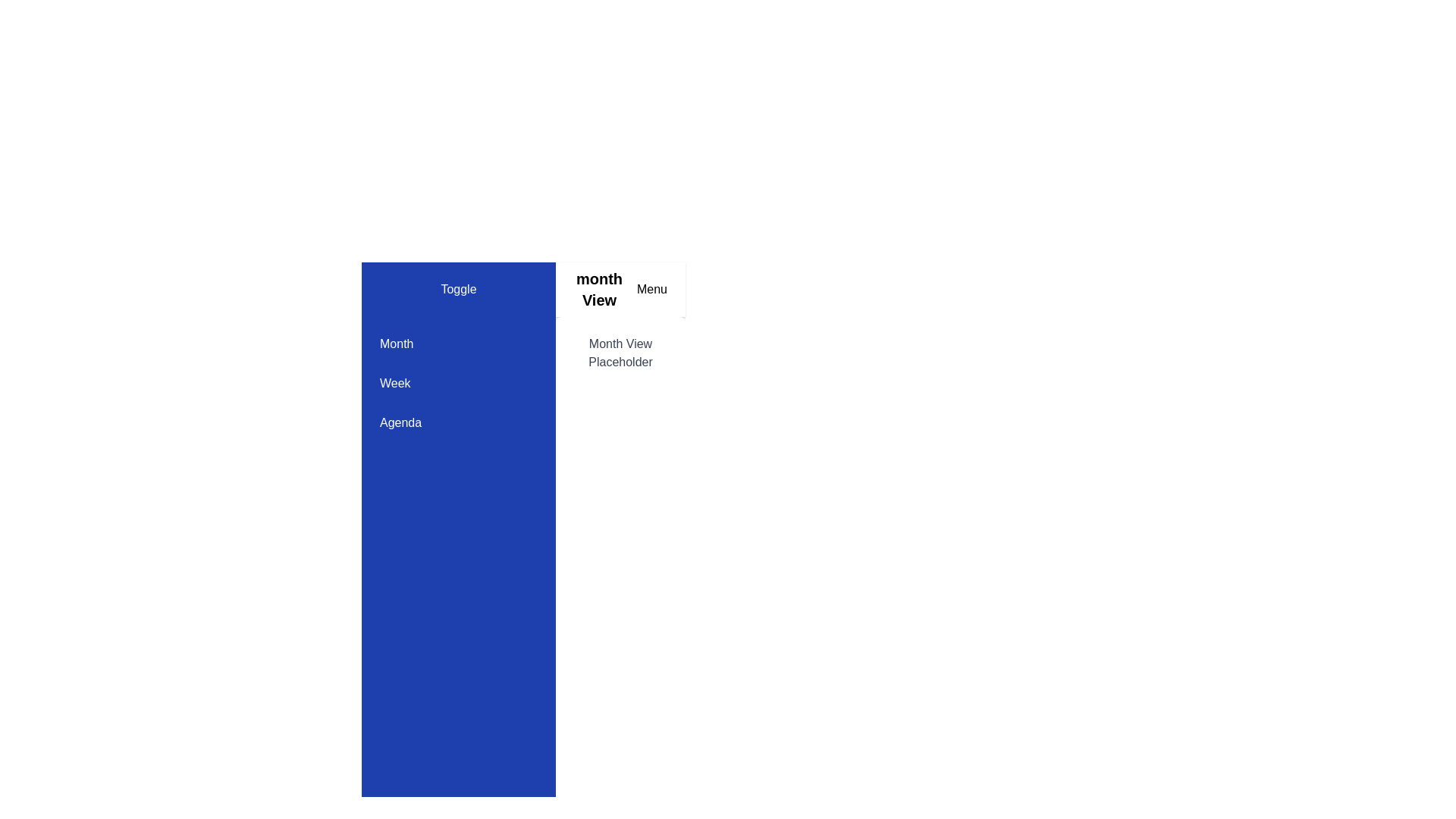 This screenshot has width=1456, height=819. I want to click on the 'Agenda' button at the bottom of the vertical list in the side panel, so click(457, 423).